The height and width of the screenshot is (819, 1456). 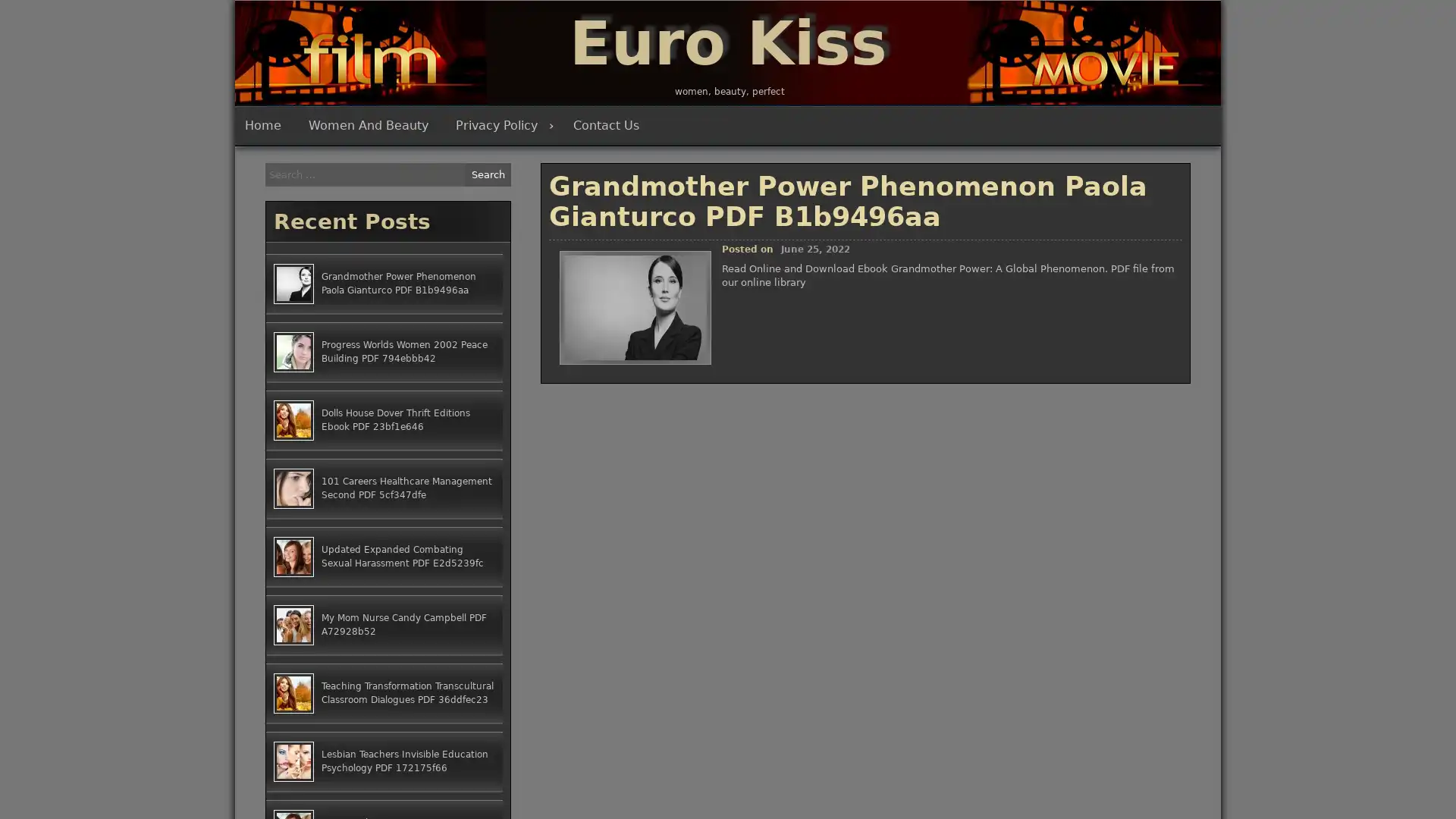 What do you see at coordinates (488, 174) in the screenshot?
I see `Search` at bounding box center [488, 174].